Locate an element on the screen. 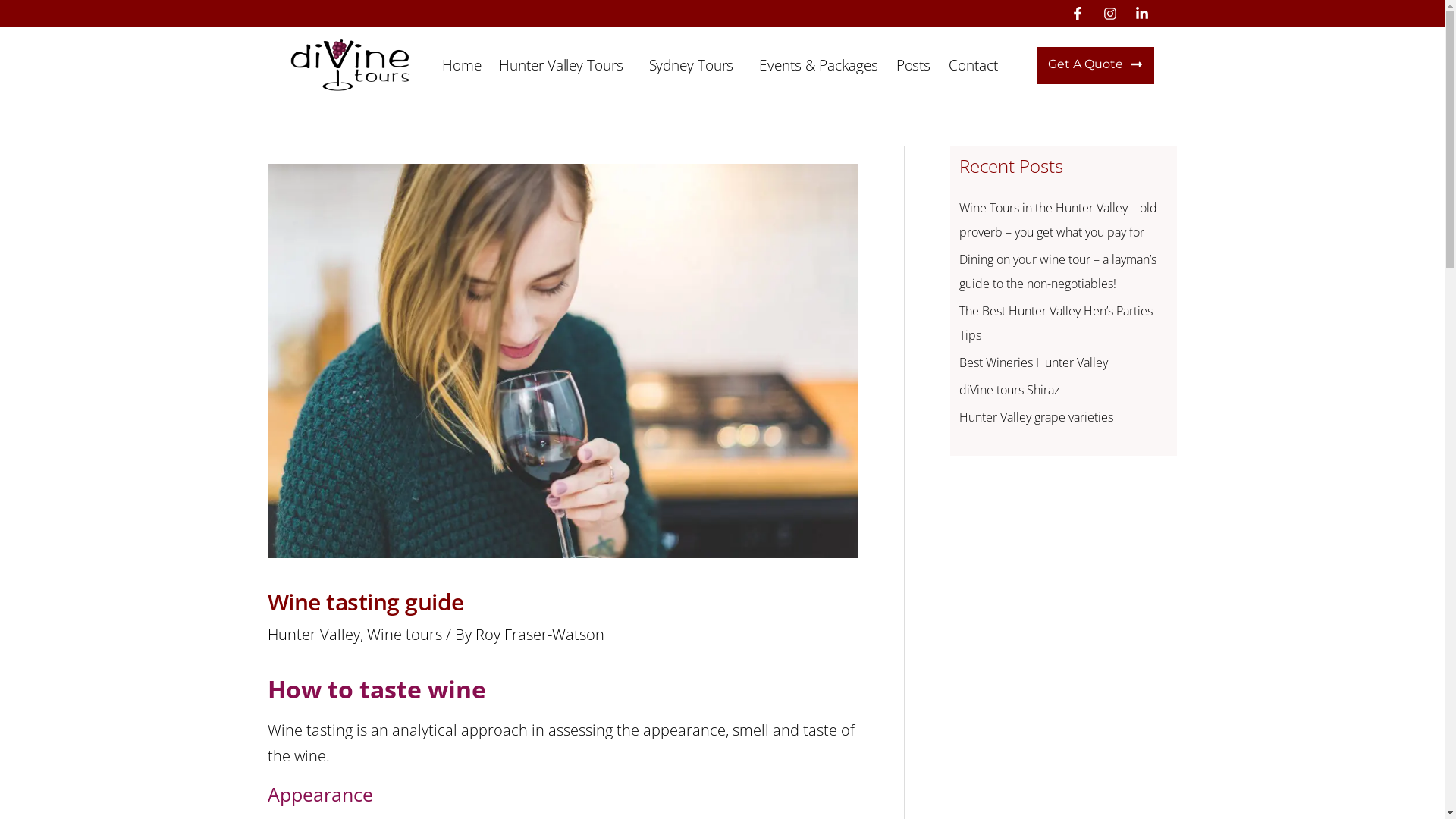 The width and height of the screenshot is (1456, 819). 'Sydney Tours' is located at coordinates (694, 64).